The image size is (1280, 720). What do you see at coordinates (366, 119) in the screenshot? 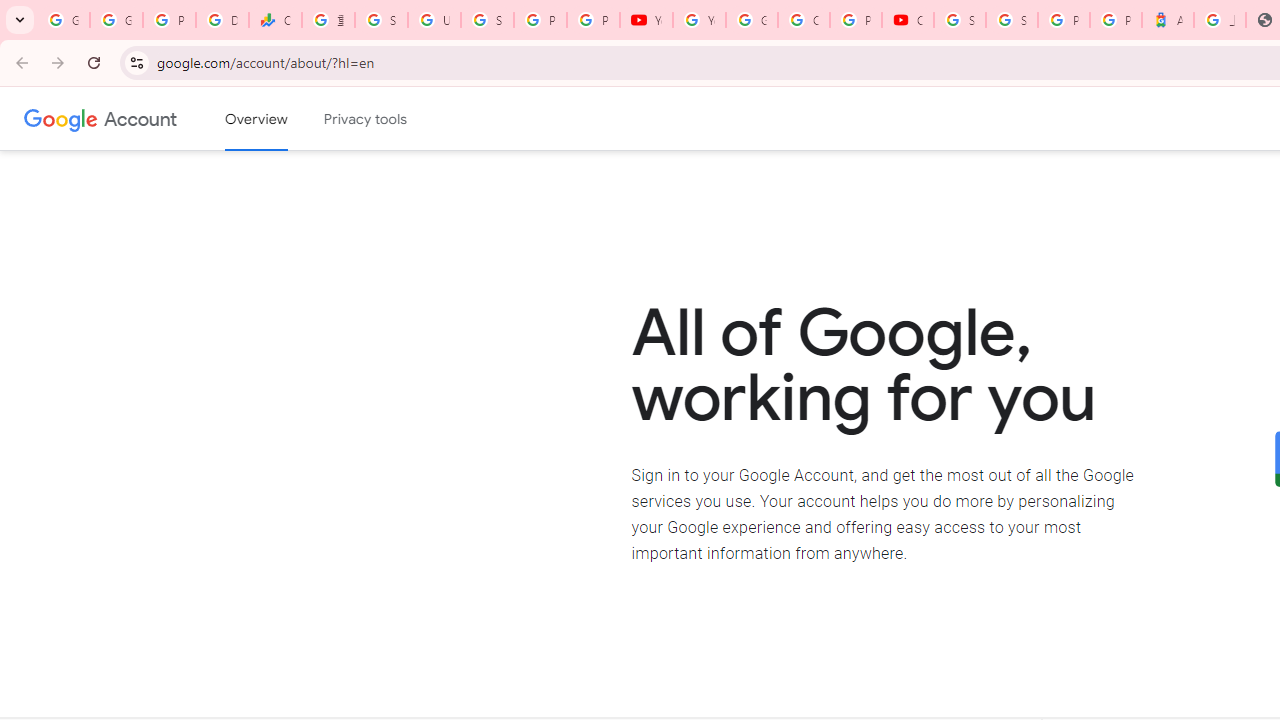
I see `'Privacy tools'` at bounding box center [366, 119].